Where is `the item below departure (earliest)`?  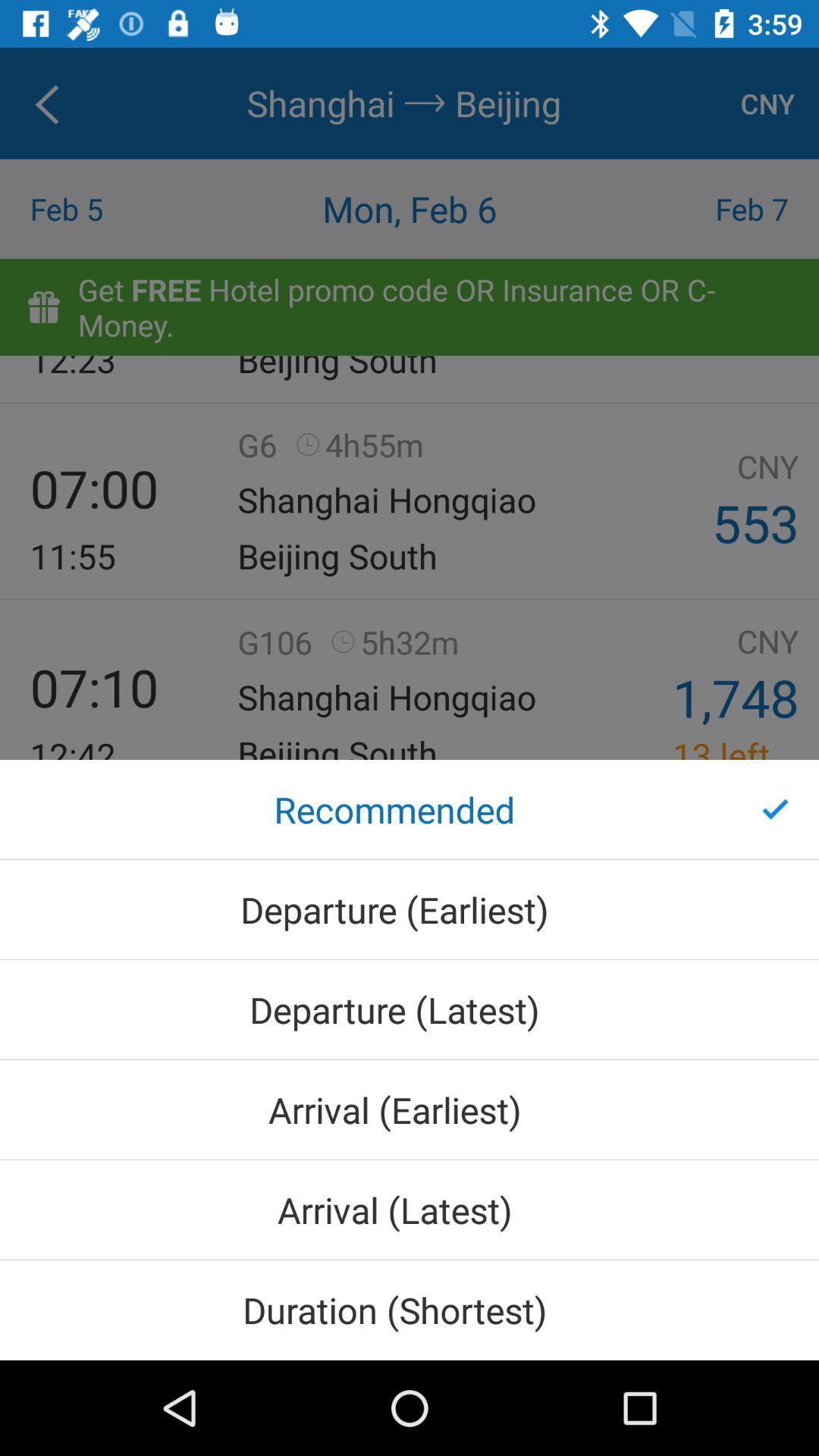
the item below departure (earliest) is located at coordinates (409, 1009).